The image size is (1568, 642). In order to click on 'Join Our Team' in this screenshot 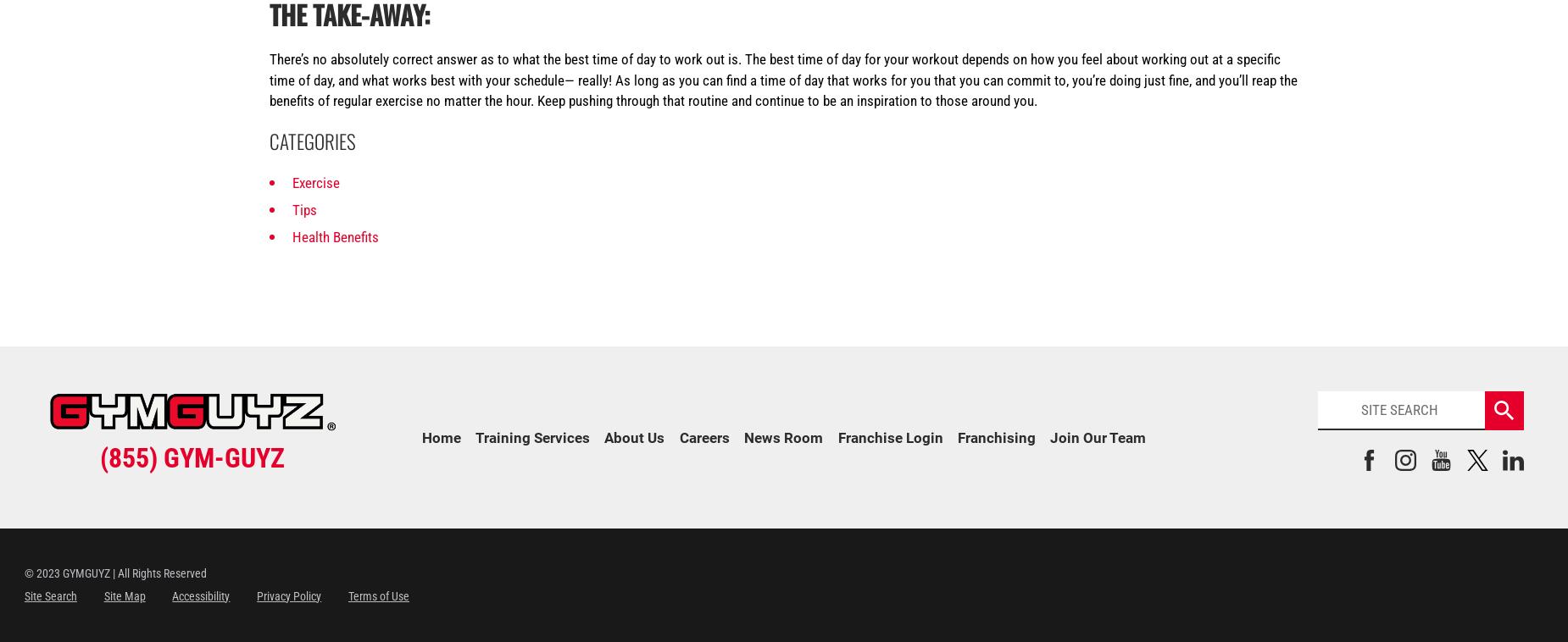, I will do `click(1097, 435)`.